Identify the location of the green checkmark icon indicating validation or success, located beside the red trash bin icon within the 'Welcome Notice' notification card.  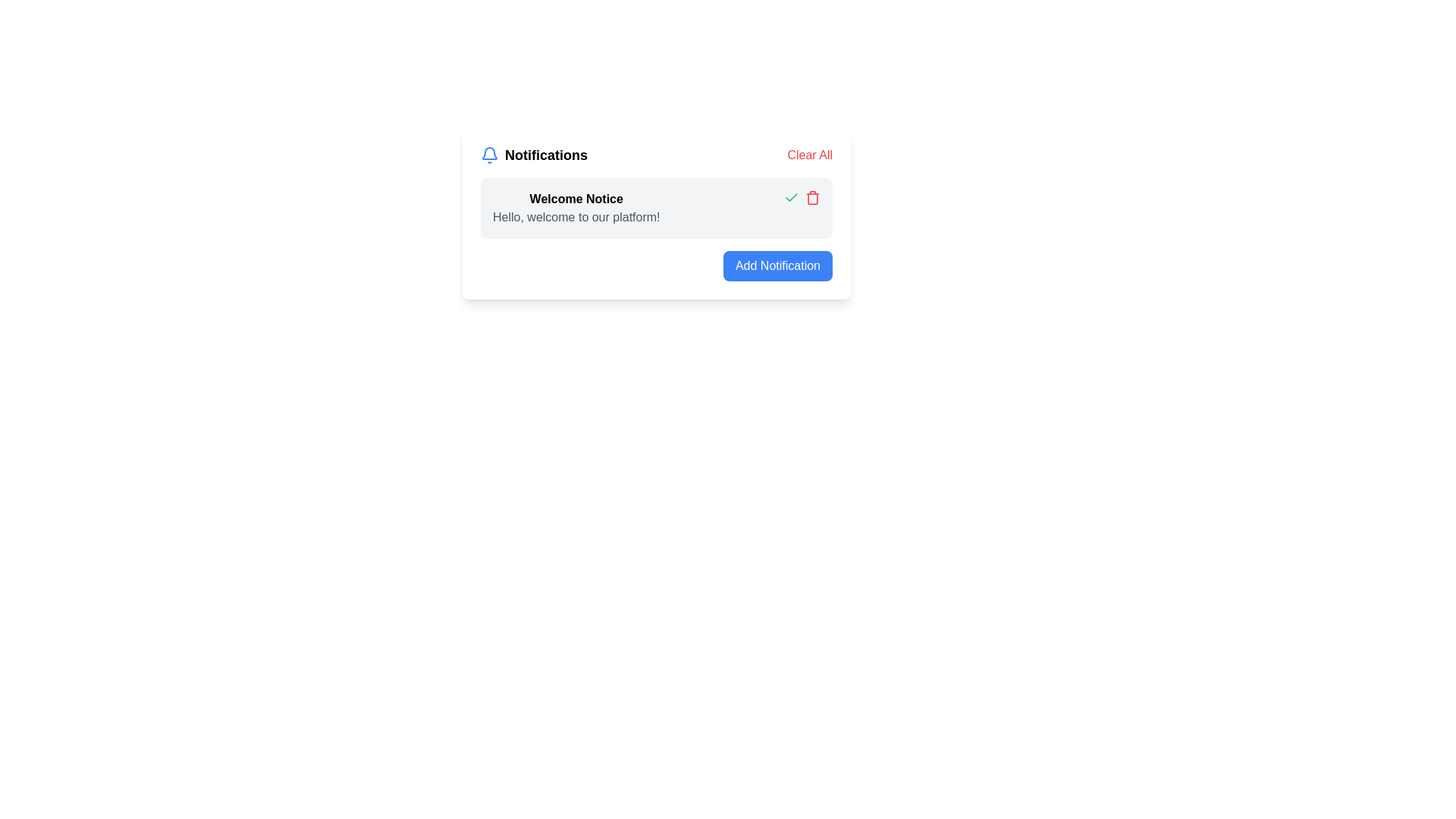
(790, 196).